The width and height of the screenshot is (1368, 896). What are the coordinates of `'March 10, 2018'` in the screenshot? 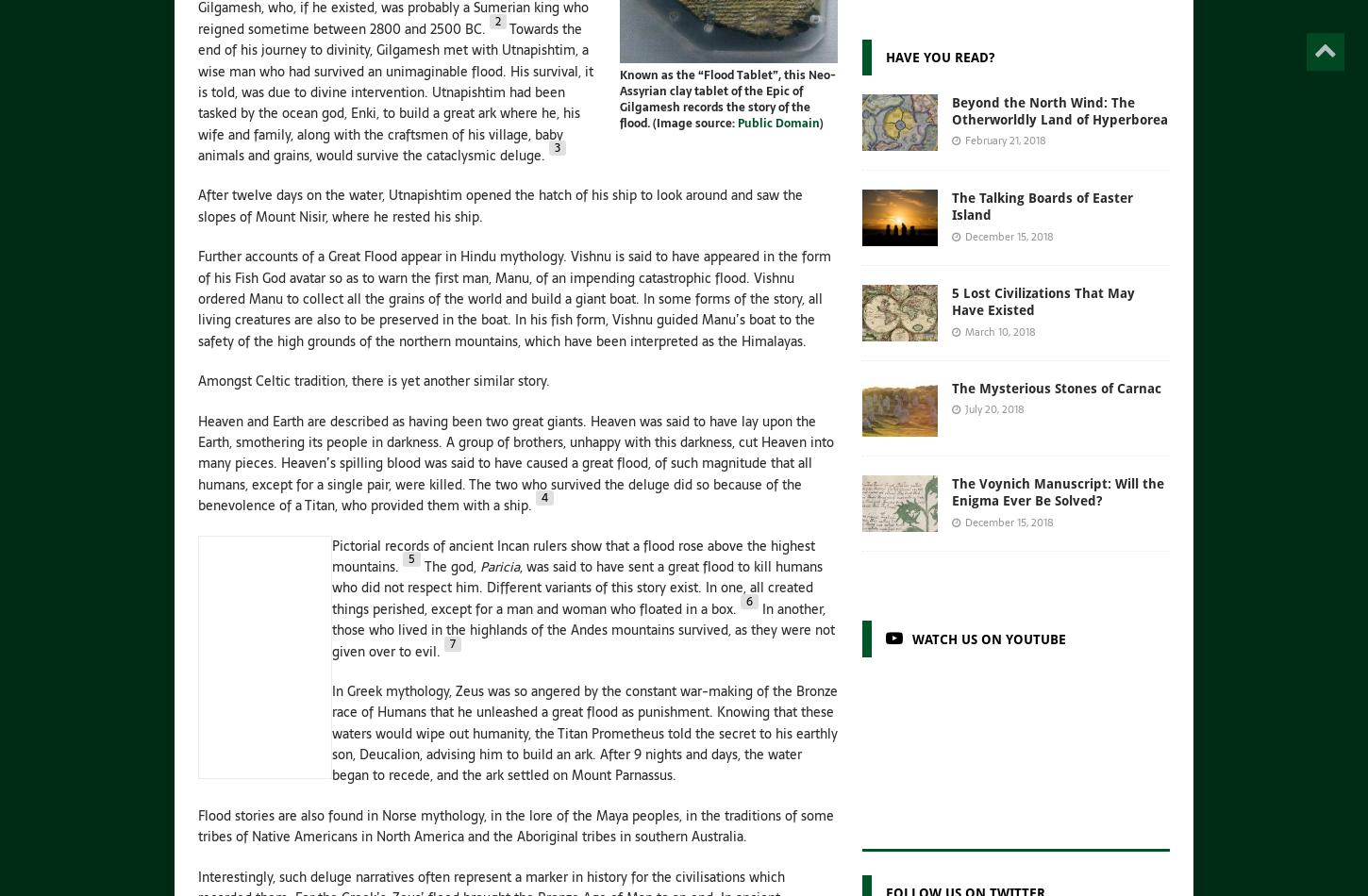 It's located at (999, 330).